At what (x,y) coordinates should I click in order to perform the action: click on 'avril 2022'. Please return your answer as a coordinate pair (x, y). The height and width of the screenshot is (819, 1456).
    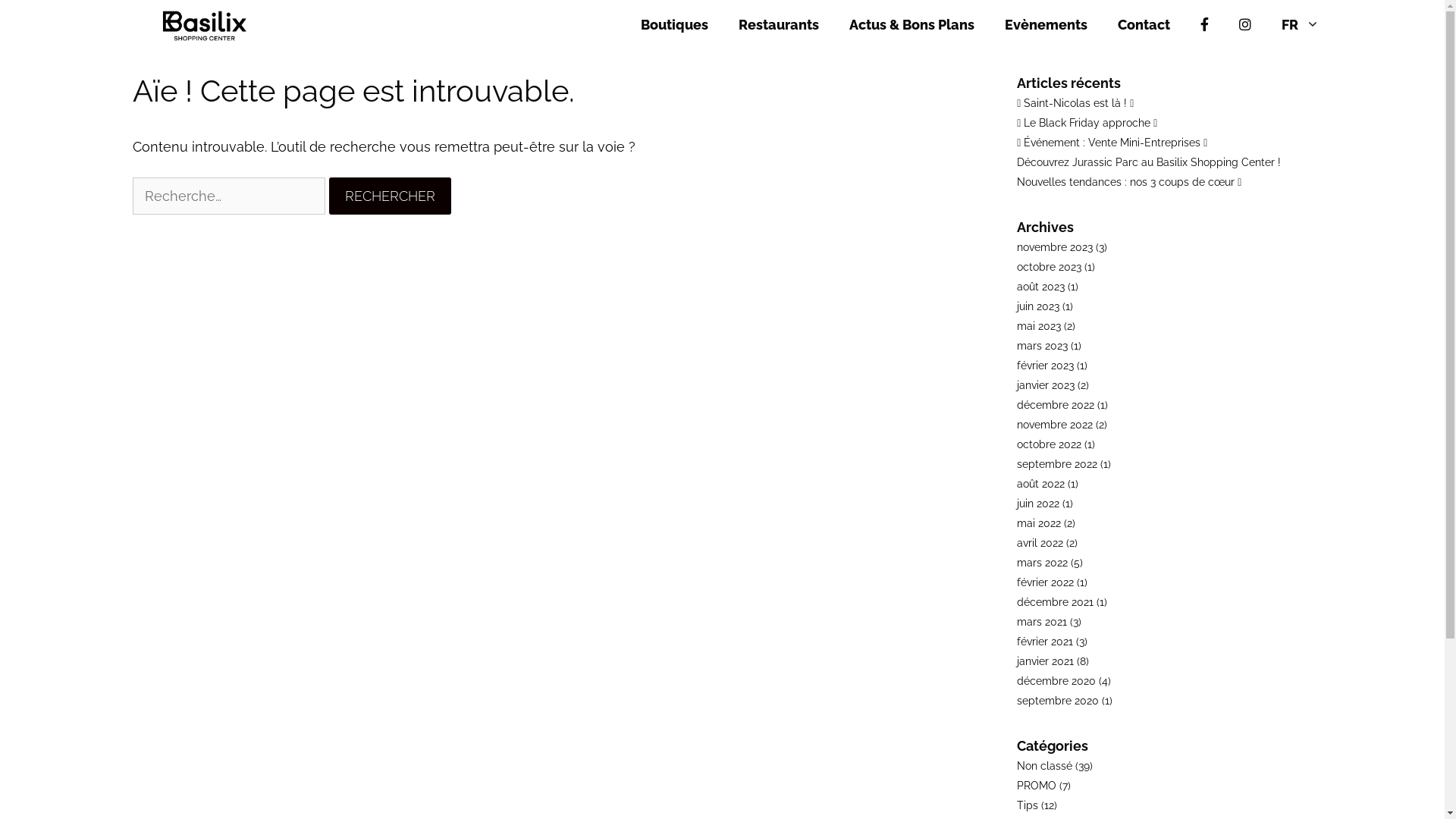
    Looking at the image, I should click on (1016, 542).